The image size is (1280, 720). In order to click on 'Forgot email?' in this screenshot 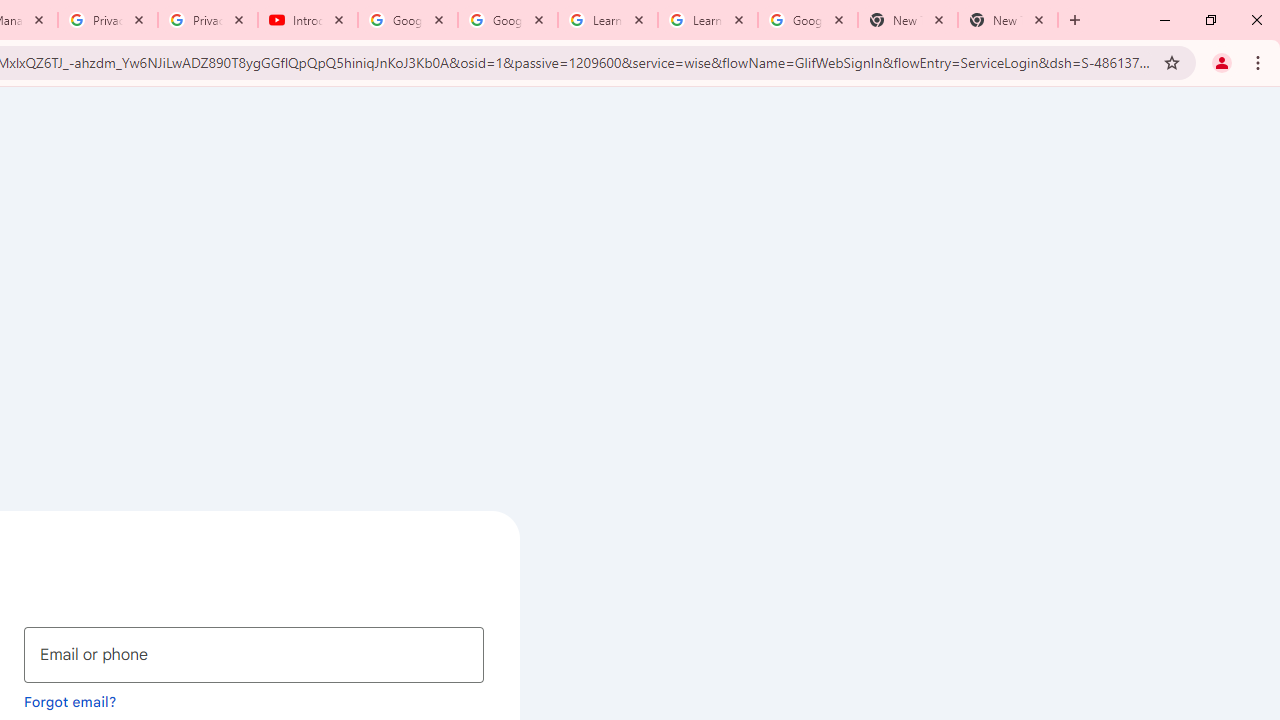, I will do `click(70, 700)`.